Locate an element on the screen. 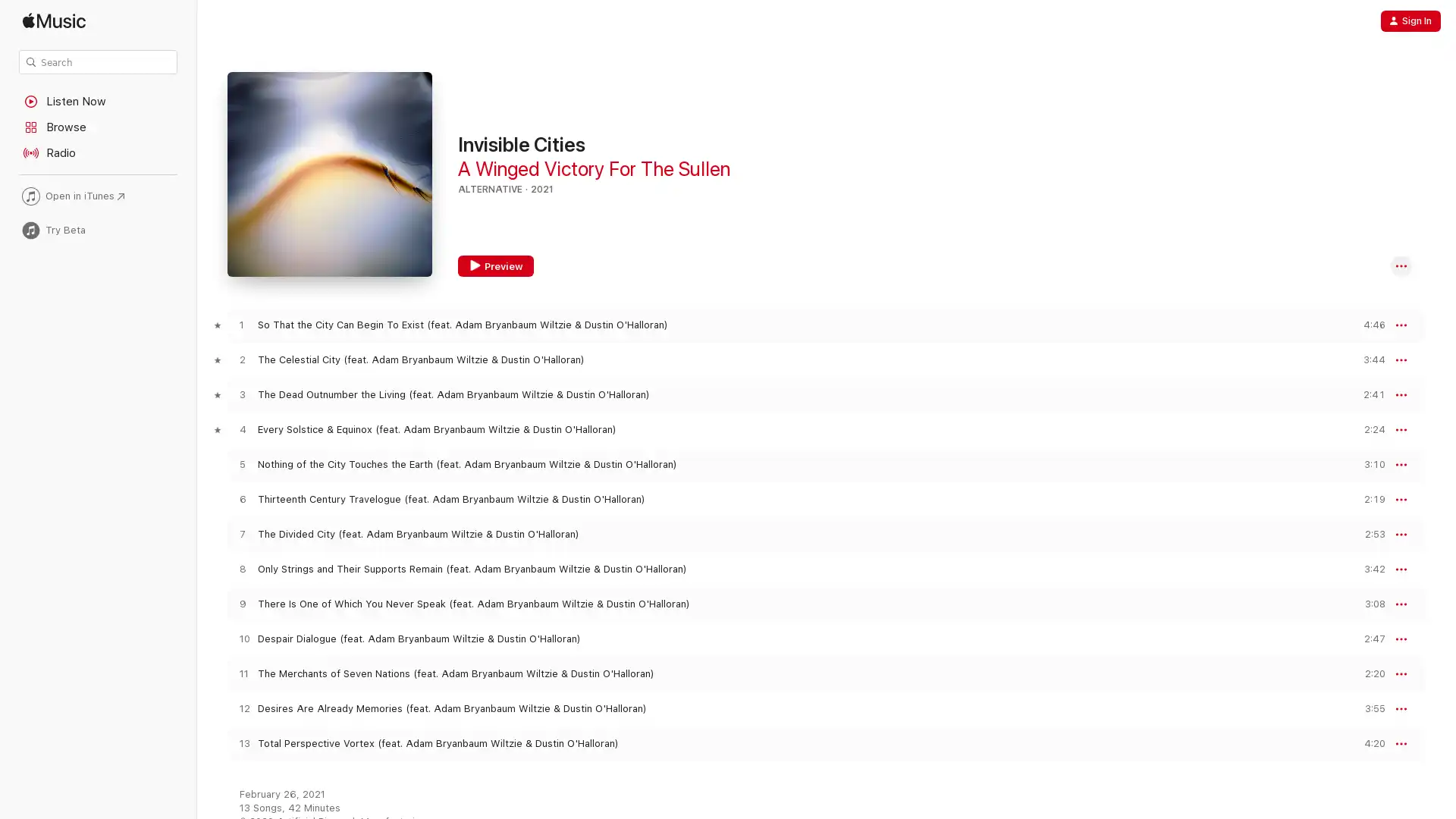  Preview is located at coordinates (1368, 324).